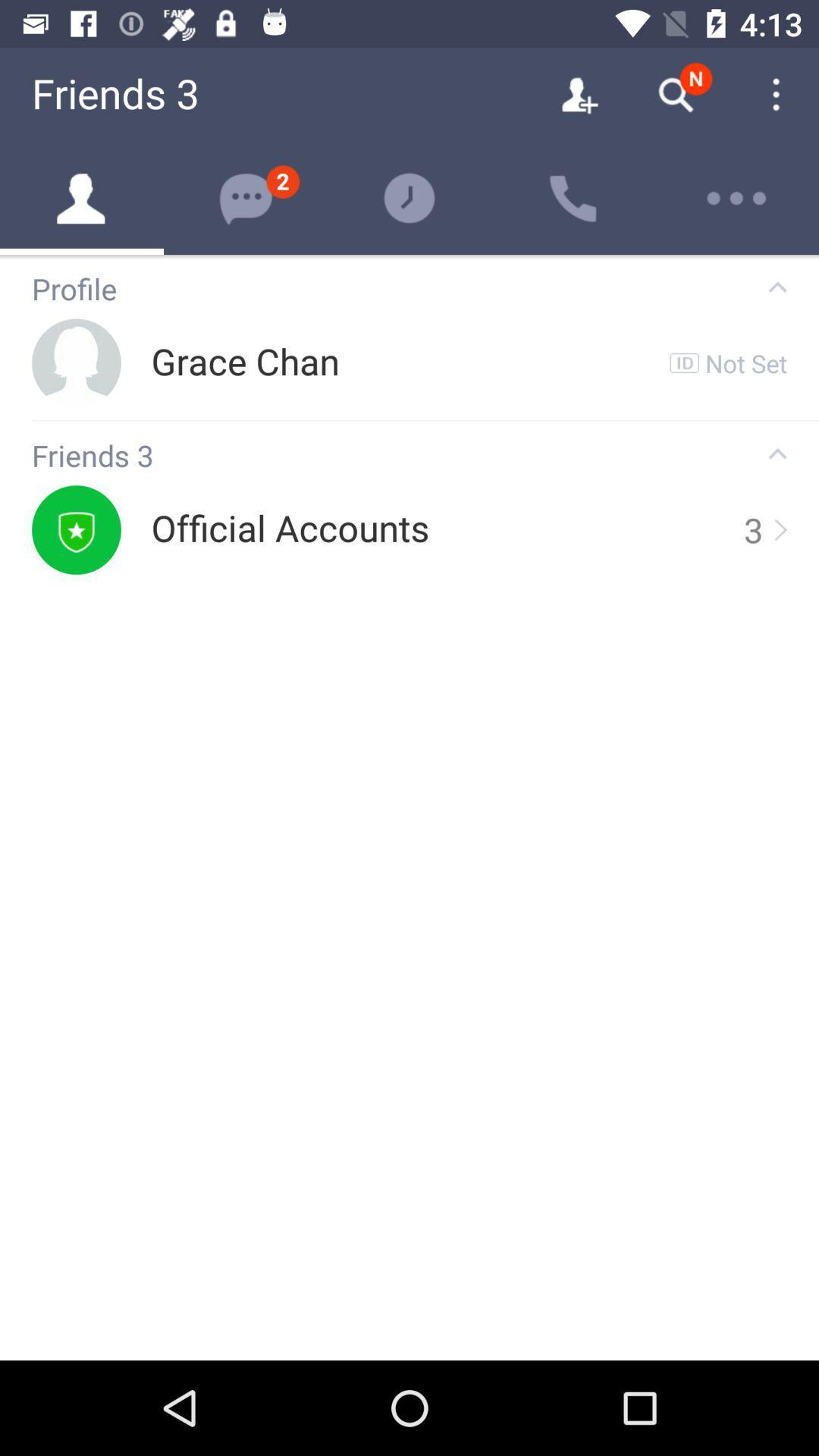 Image resolution: width=819 pixels, height=1456 pixels. I want to click on the notifications which is above the search icon, so click(696, 78).